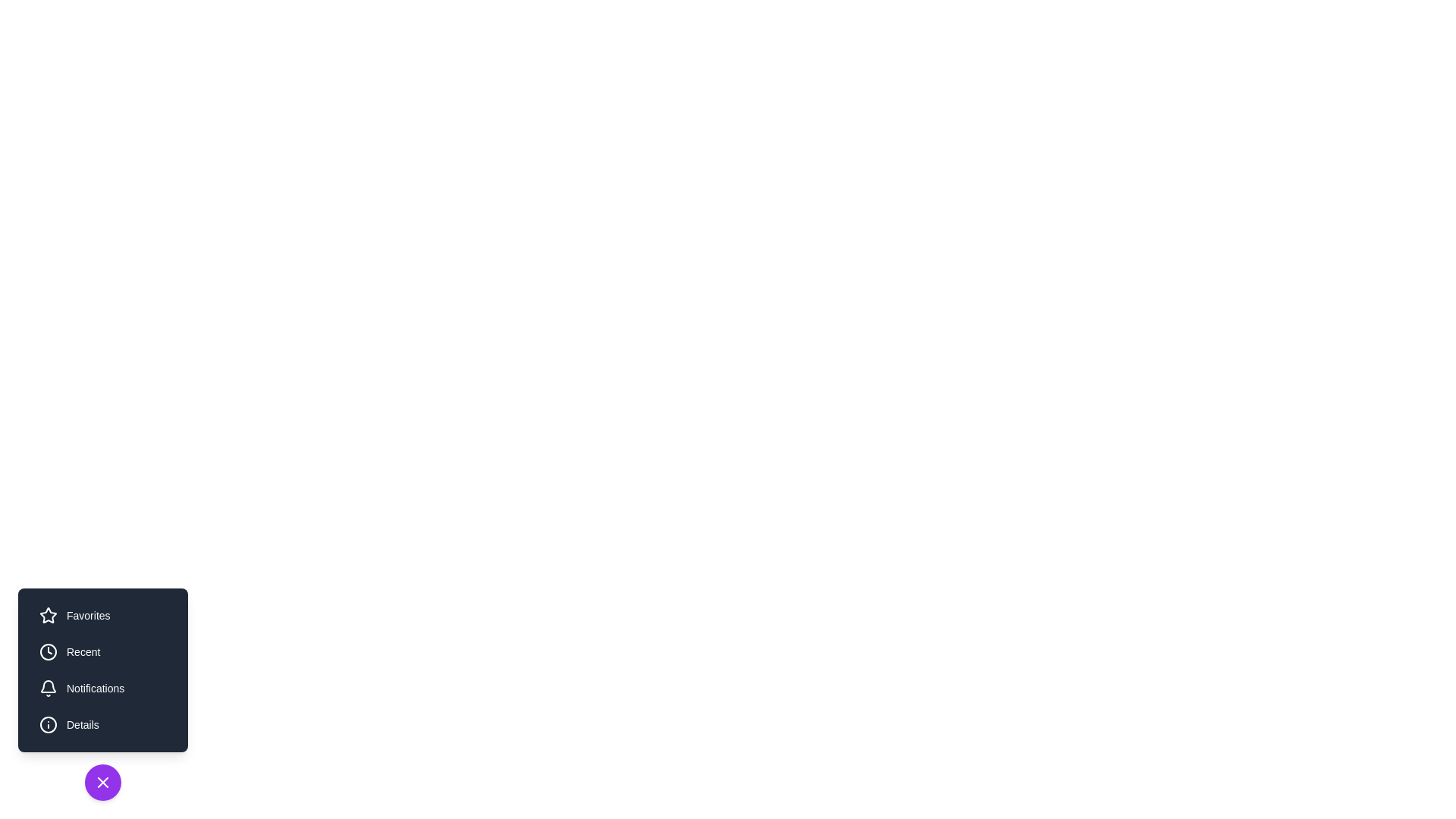 The height and width of the screenshot is (819, 1456). What do you see at coordinates (102, 651) in the screenshot?
I see `the Recent button to trigger its action` at bounding box center [102, 651].